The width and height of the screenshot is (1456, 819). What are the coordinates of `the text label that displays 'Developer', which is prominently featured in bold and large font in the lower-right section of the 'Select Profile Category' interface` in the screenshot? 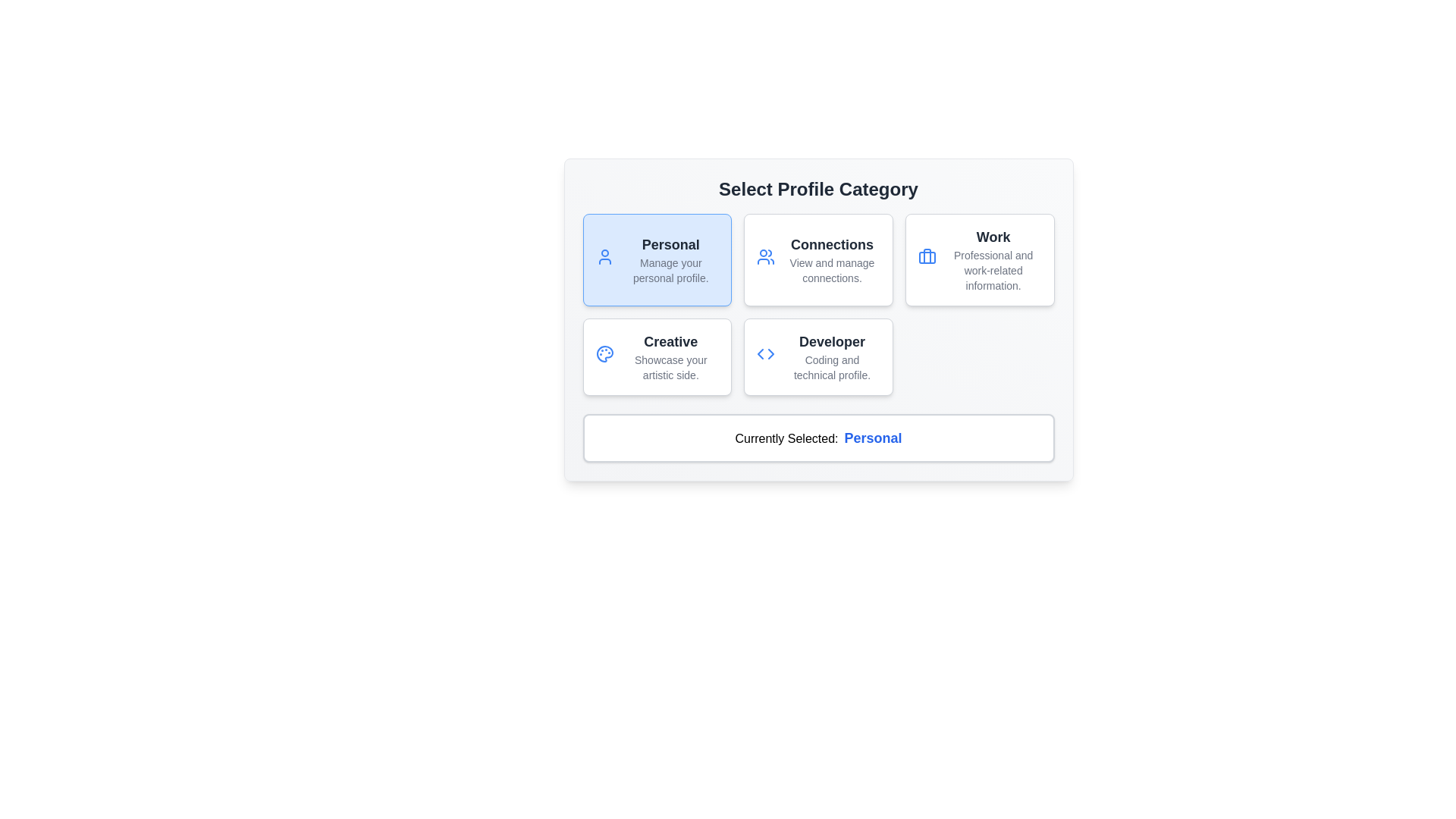 It's located at (831, 342).